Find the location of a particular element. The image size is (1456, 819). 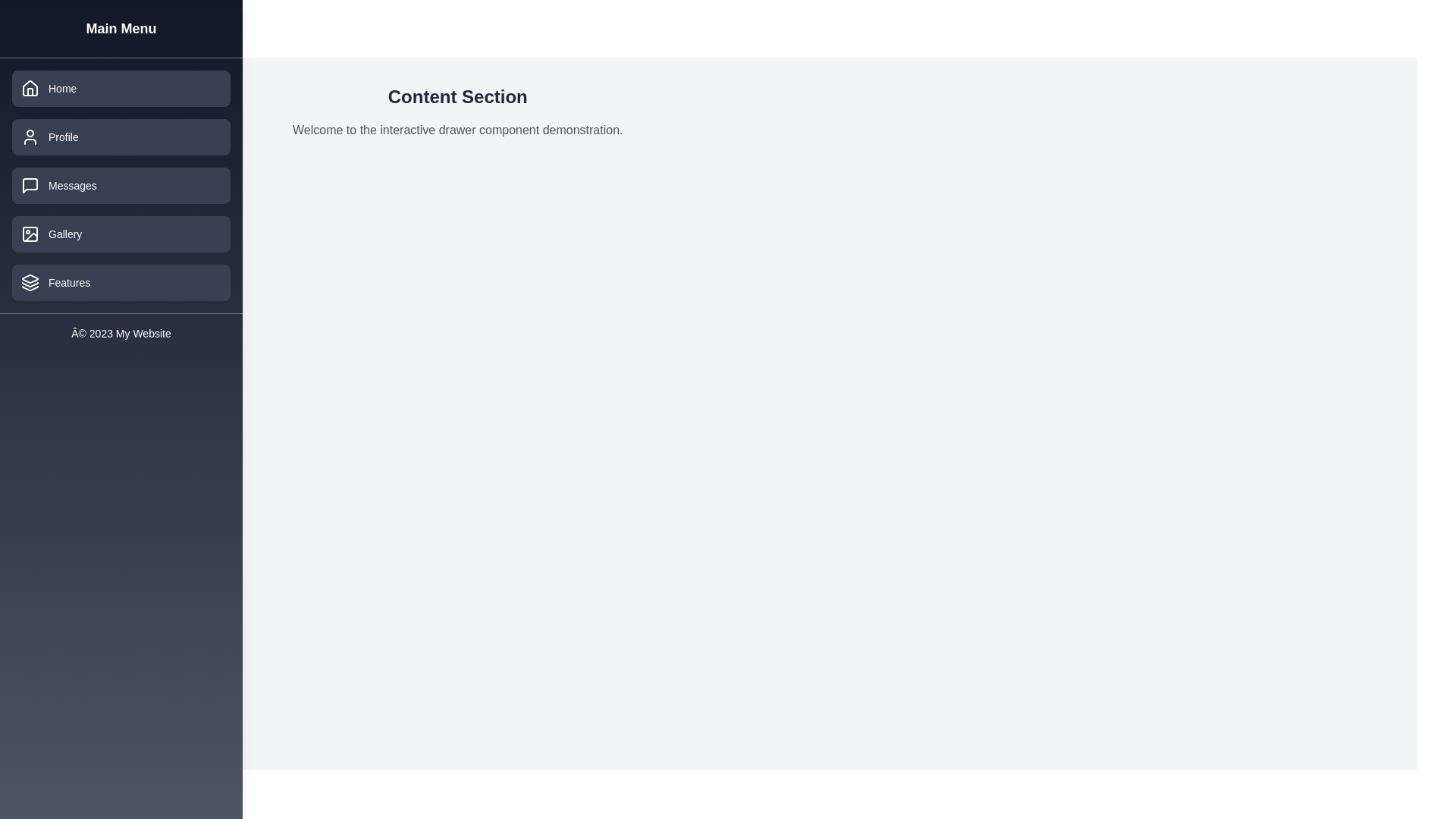

the icon depicting multiple stacked rectangles, which is located to the left of the 'Features' label in the vertical sidebar menu is located at coordinates (30, 283).